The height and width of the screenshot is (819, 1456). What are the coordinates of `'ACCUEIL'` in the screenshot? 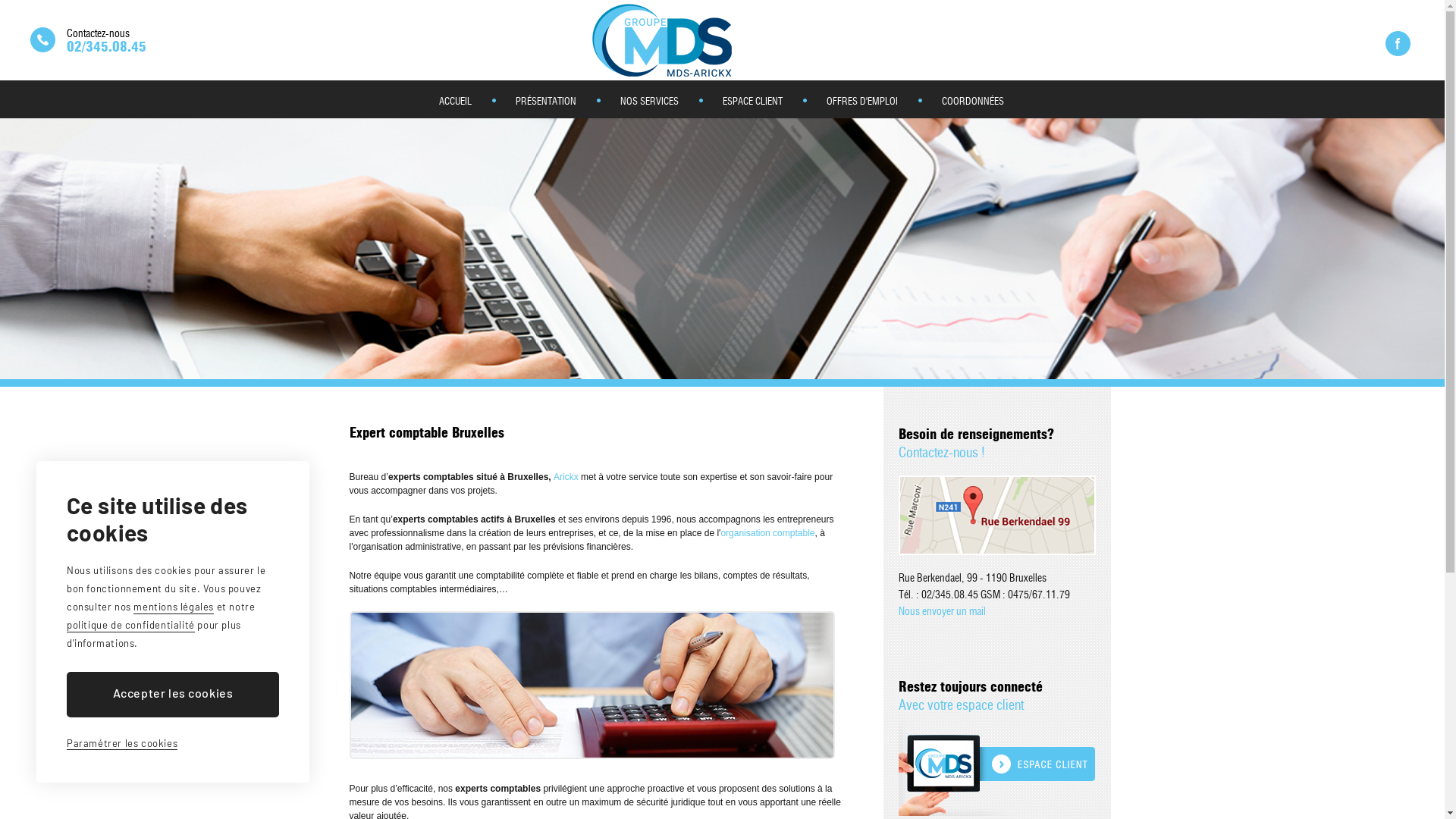 It's located at (453, 99).